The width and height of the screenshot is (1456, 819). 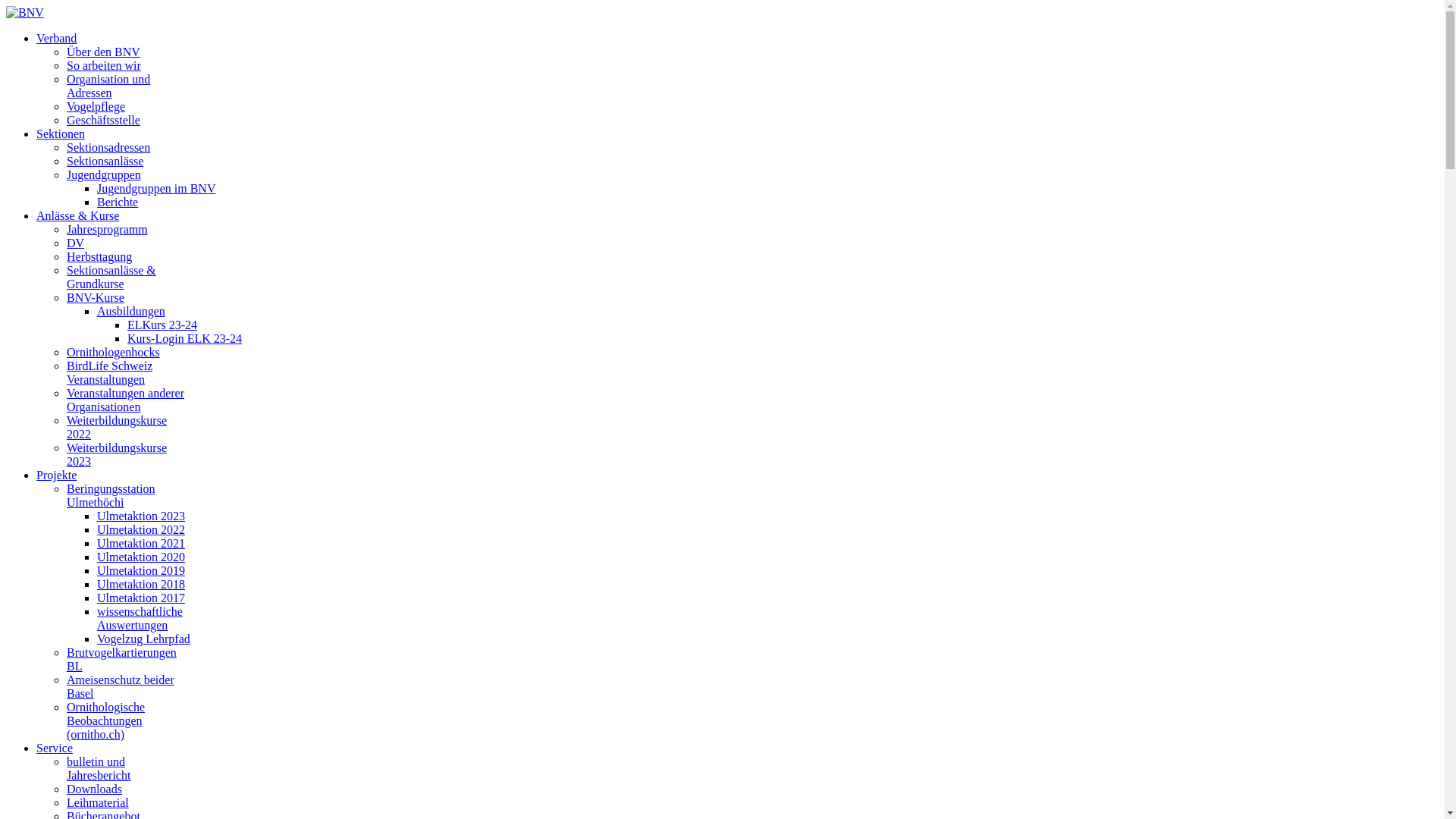 What do you see at coordinates (105, 720) in the screenshot?
I see `'Ornithologische Beobachtungen (ornitho.ch)'` at bounding box center [105, 720].